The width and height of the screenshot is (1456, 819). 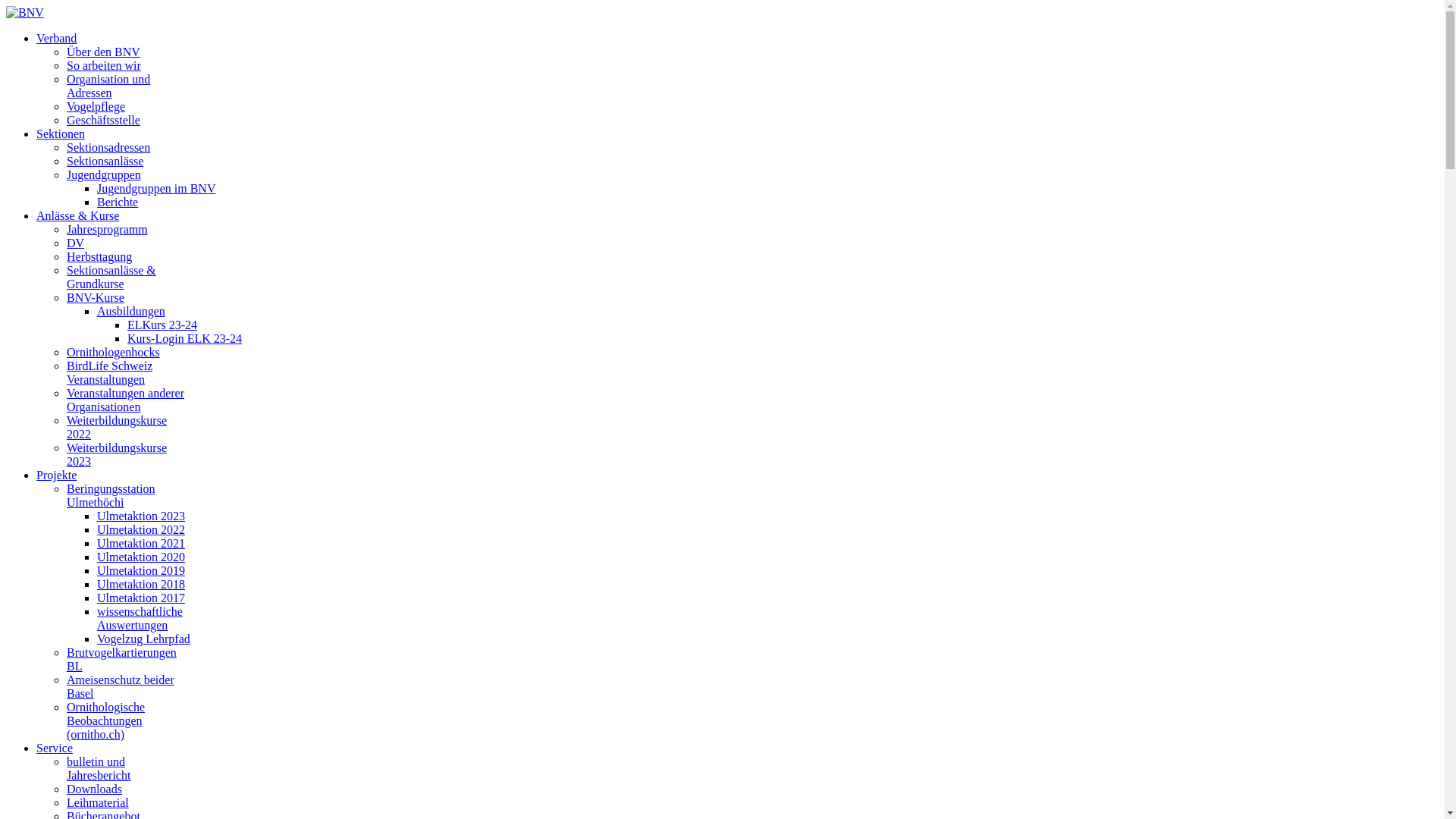 What do you see at coordinates (105, 720) in the screenshot?
I see `'Ornithologische Beobachtungen (ornitho.ch)'` at bounding box center [105, 720].